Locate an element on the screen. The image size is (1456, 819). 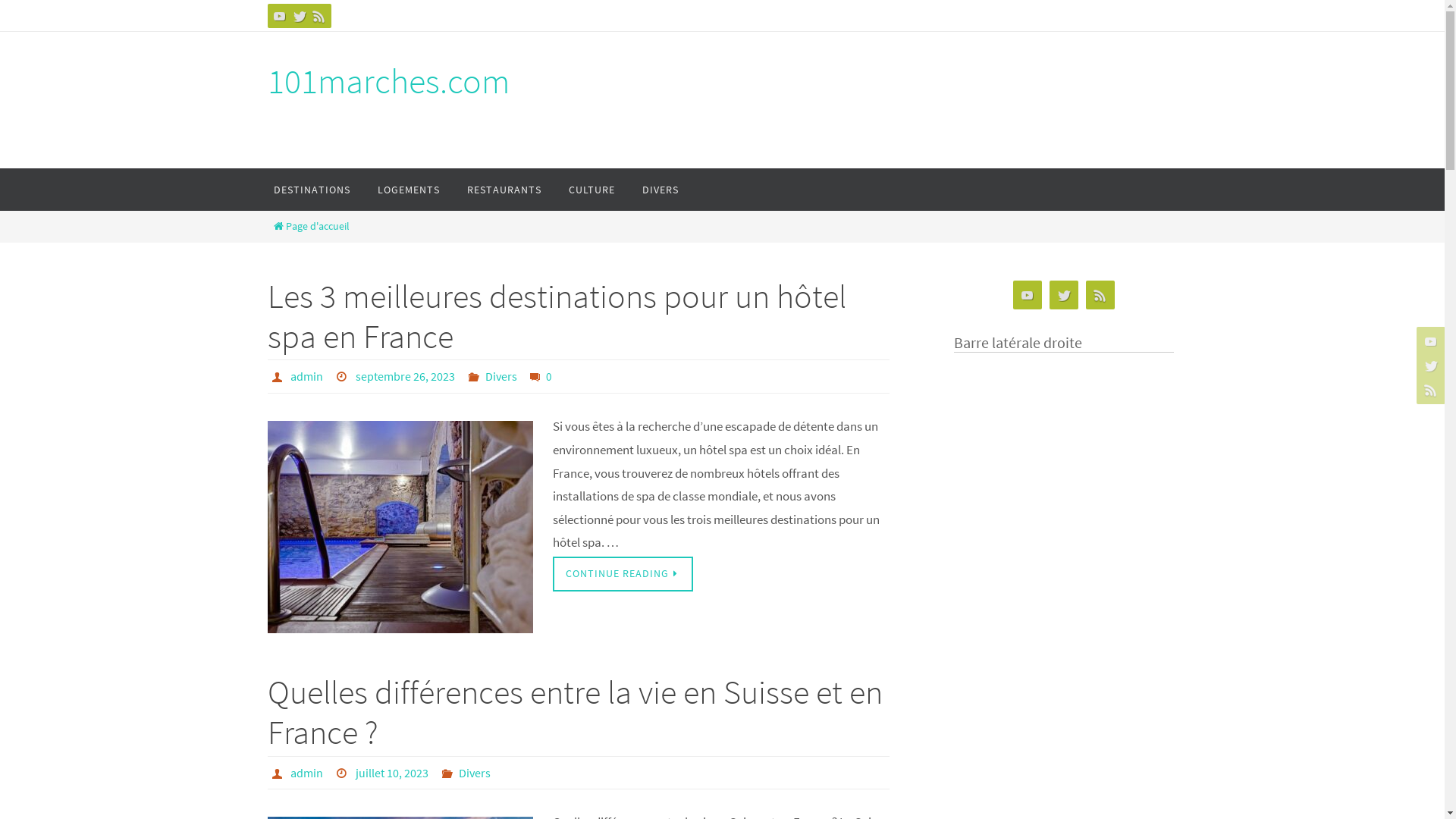
'YouTube' is located at coordinates (1027, 295).